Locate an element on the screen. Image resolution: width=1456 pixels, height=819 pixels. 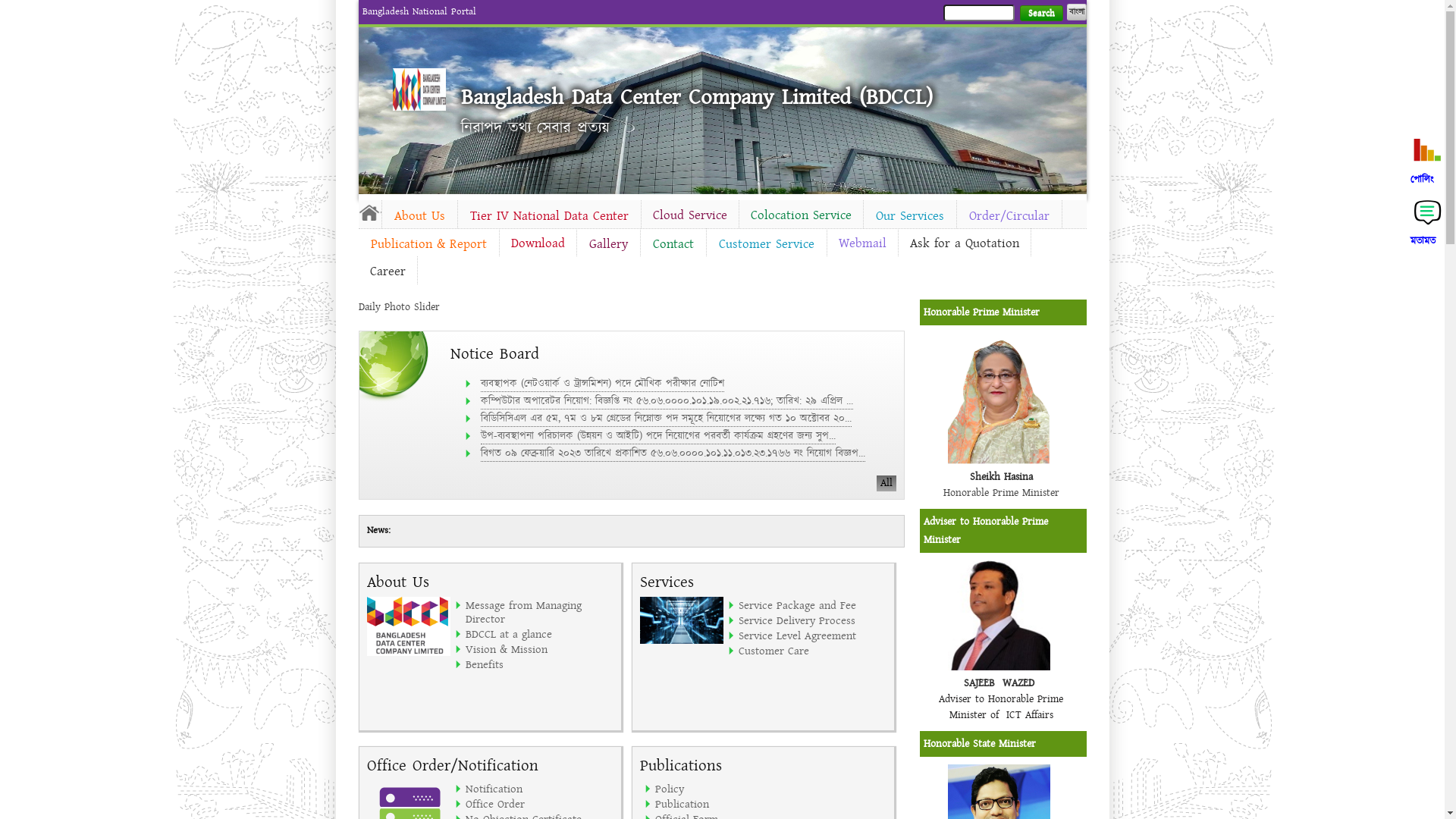
'Publication & Report' is located at coordinates (427, 243).